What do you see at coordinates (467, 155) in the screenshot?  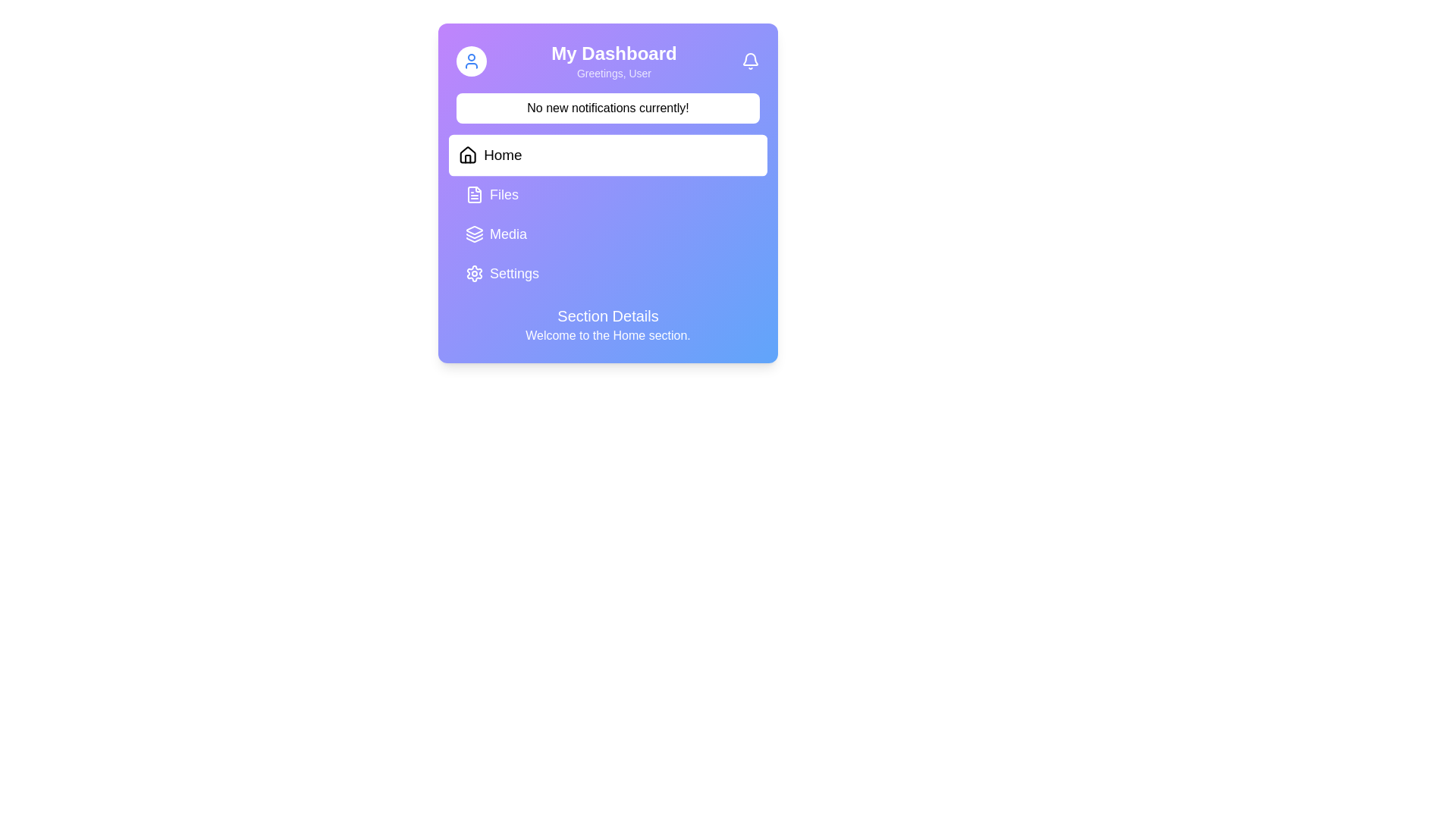 I see `the decorative 'Home' menu icon represented by an SVG vector graphic, located to the left of the 'Home' text in the vertical menu at the top of the card-like interface` at bounding box center [467, 155].